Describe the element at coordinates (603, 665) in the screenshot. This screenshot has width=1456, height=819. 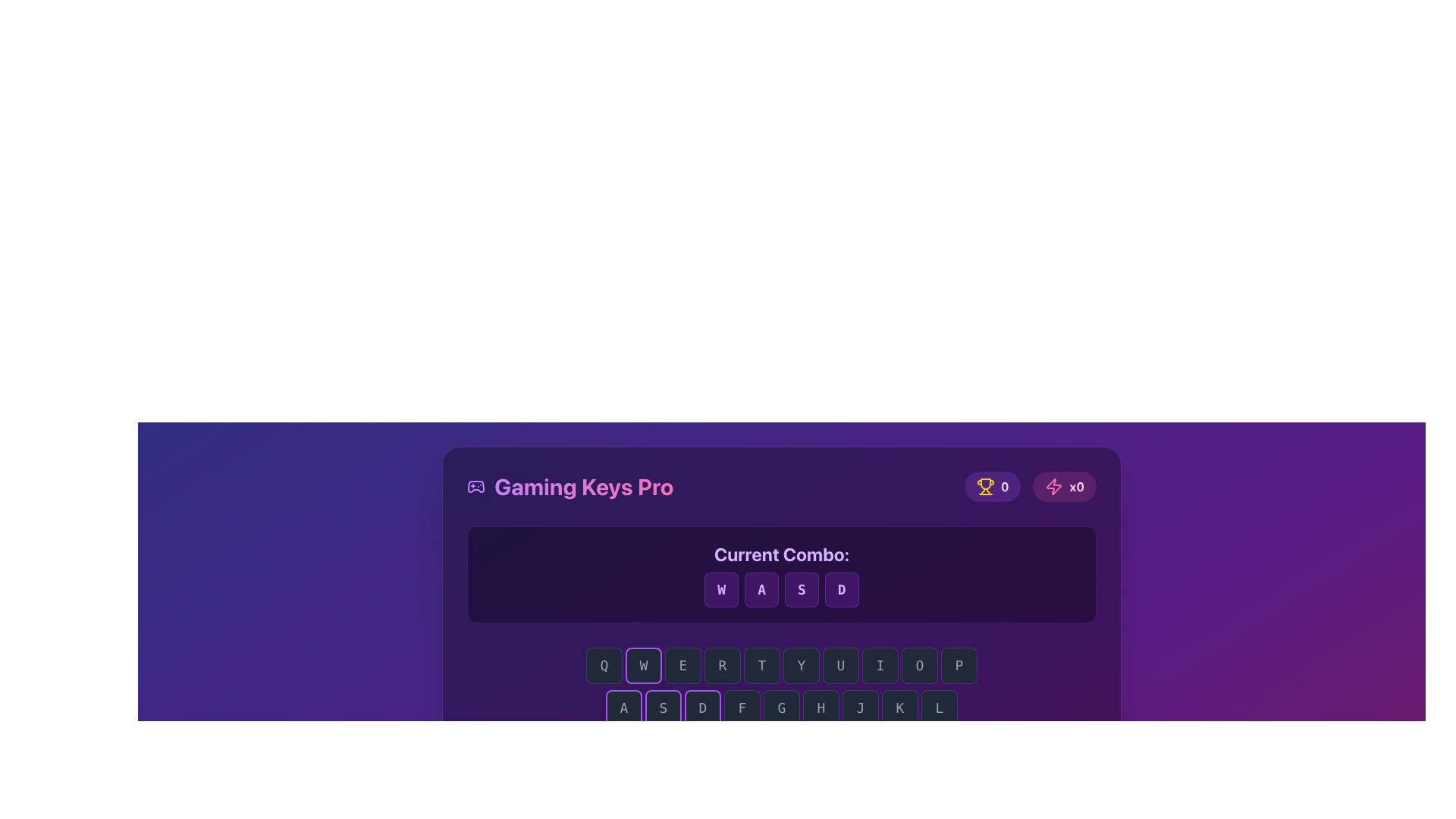
I see `the square-shaped button with a dark background and gray border, labeled 'Q', to change its state` at that location.